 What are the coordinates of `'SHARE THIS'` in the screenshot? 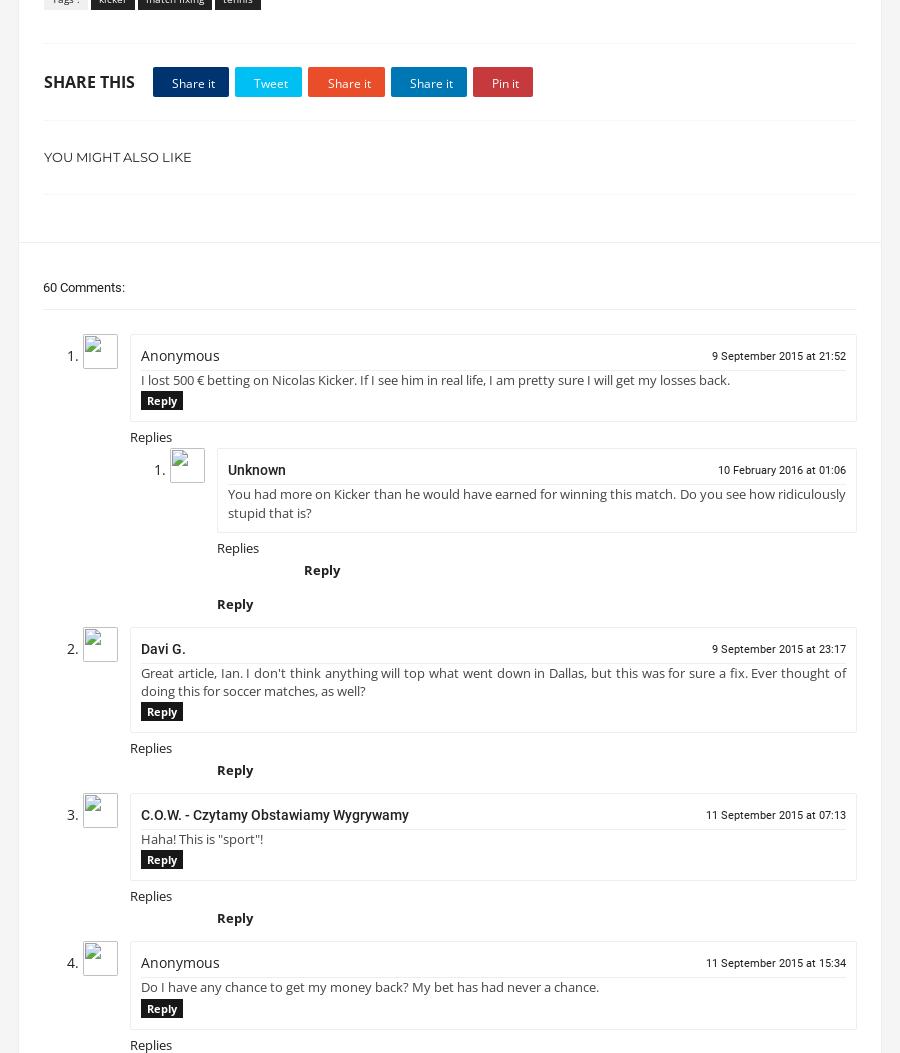 It's located at (88, 89).